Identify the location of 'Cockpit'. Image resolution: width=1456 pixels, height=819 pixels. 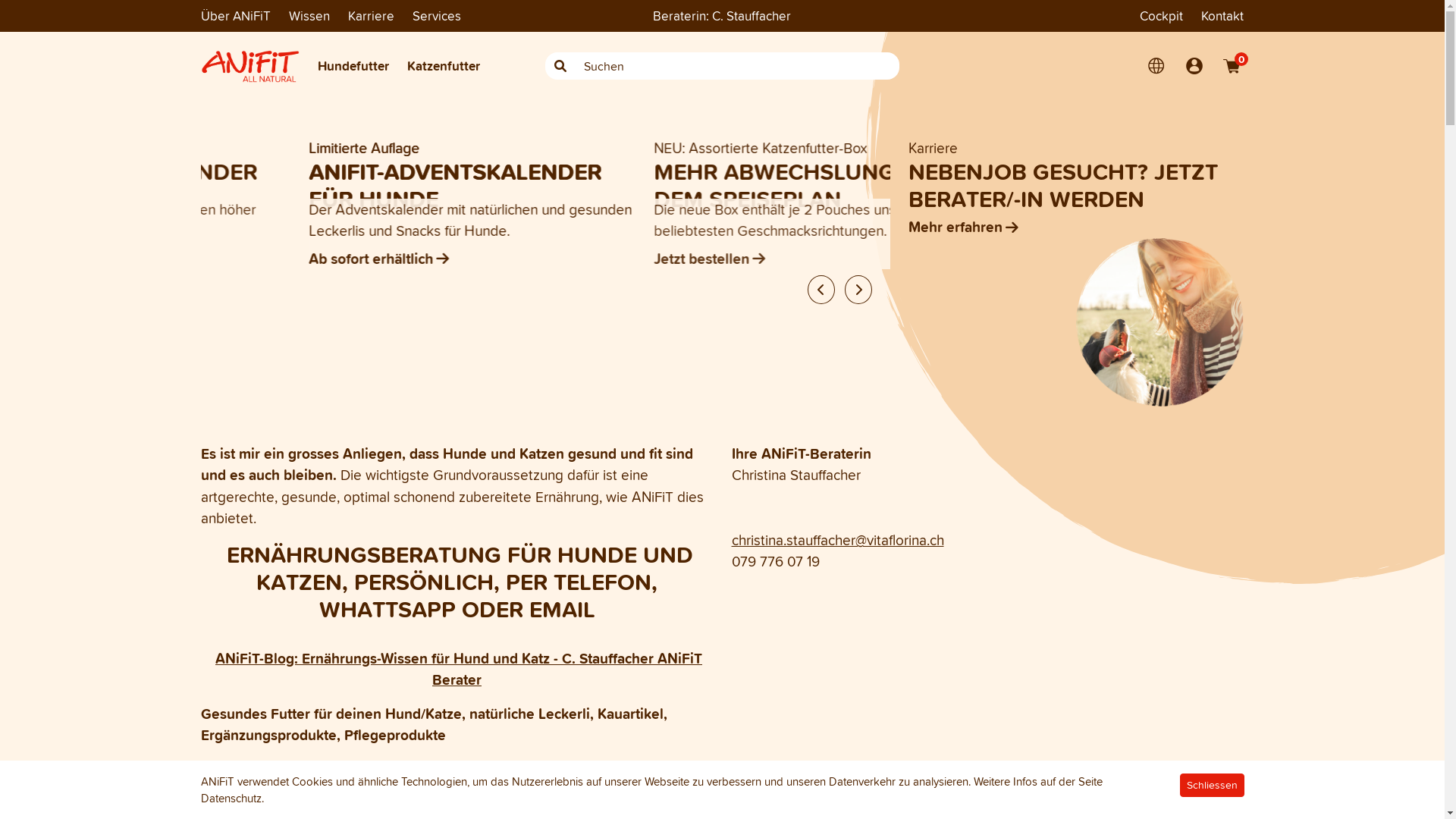
(1160, 15).